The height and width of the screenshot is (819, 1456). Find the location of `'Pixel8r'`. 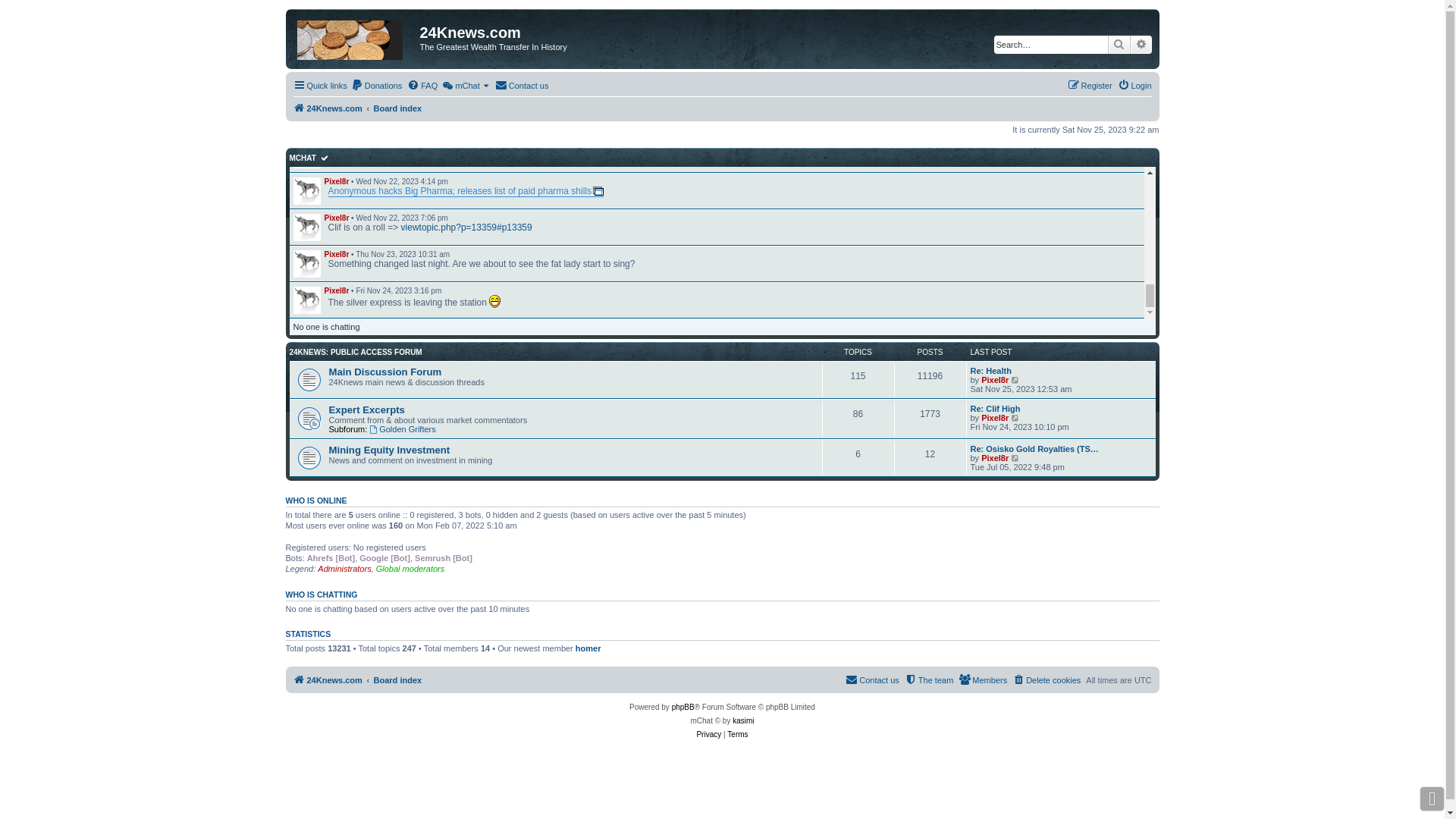

'Pixel8r' is located at coordinates (336, 218).